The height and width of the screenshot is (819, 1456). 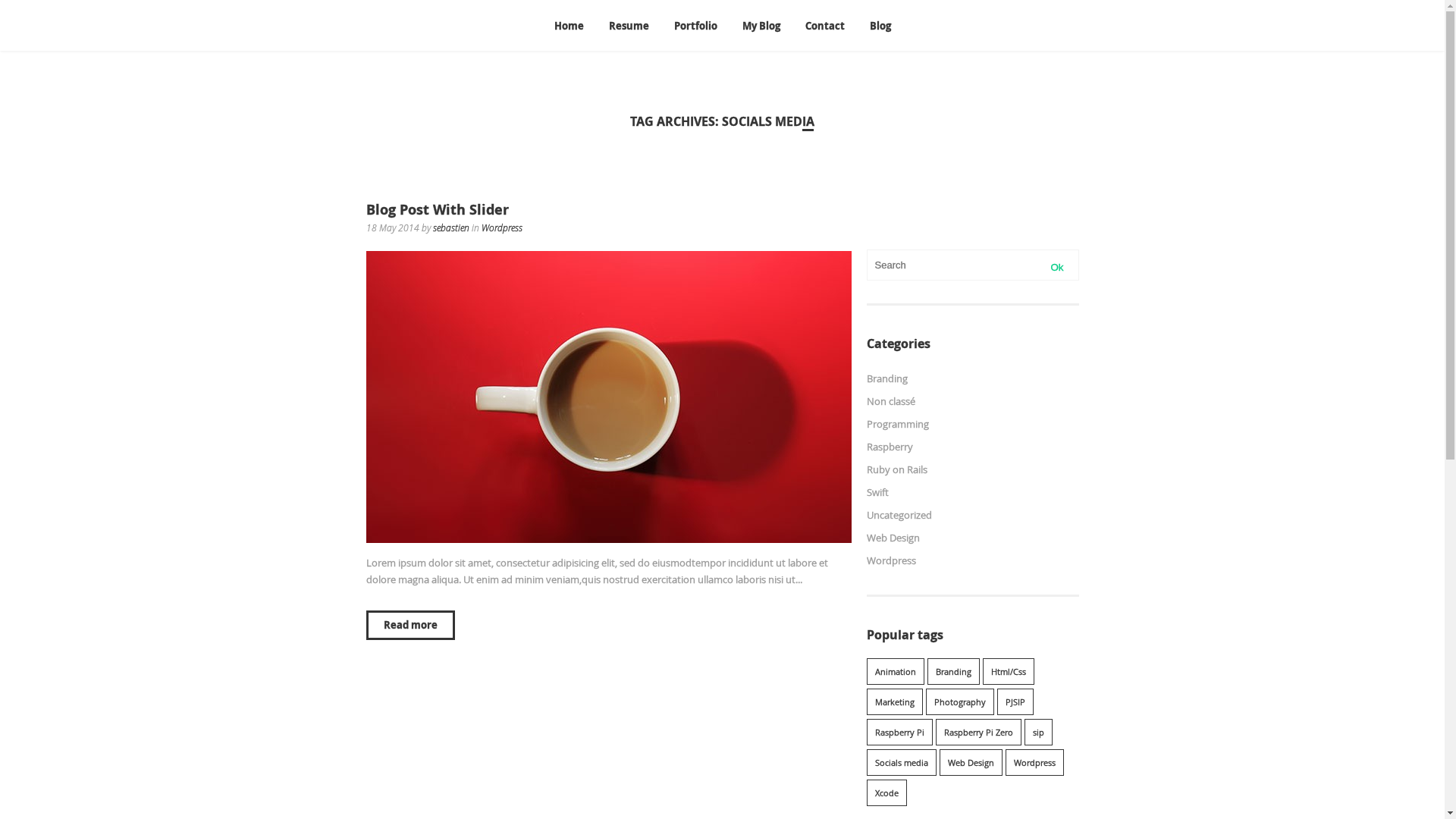 What do you see at coordinates (877, 491) in the screenshot?
I see `'Swift'` at bounding box center [877, 491].